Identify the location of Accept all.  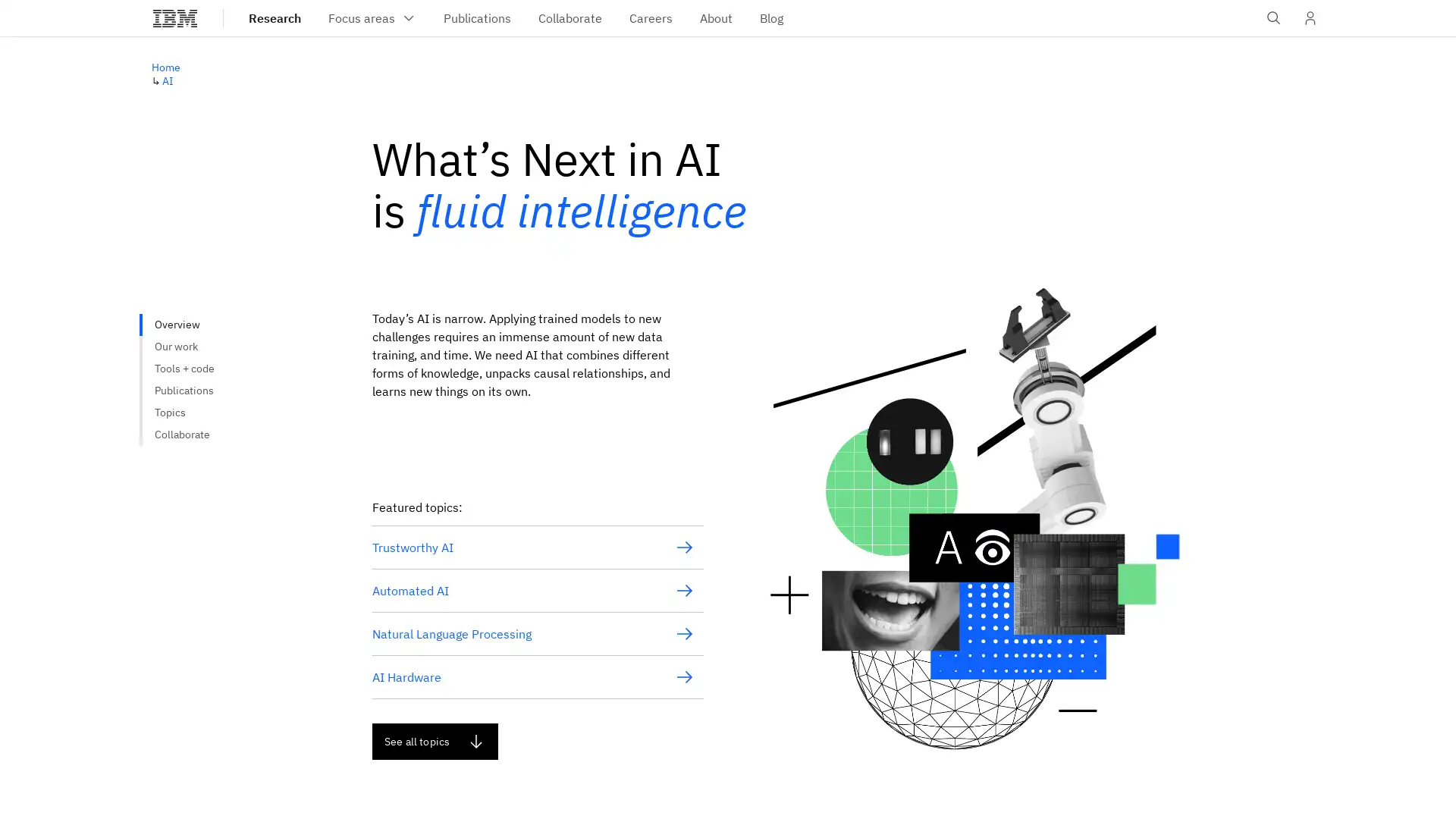
(1333, 714).